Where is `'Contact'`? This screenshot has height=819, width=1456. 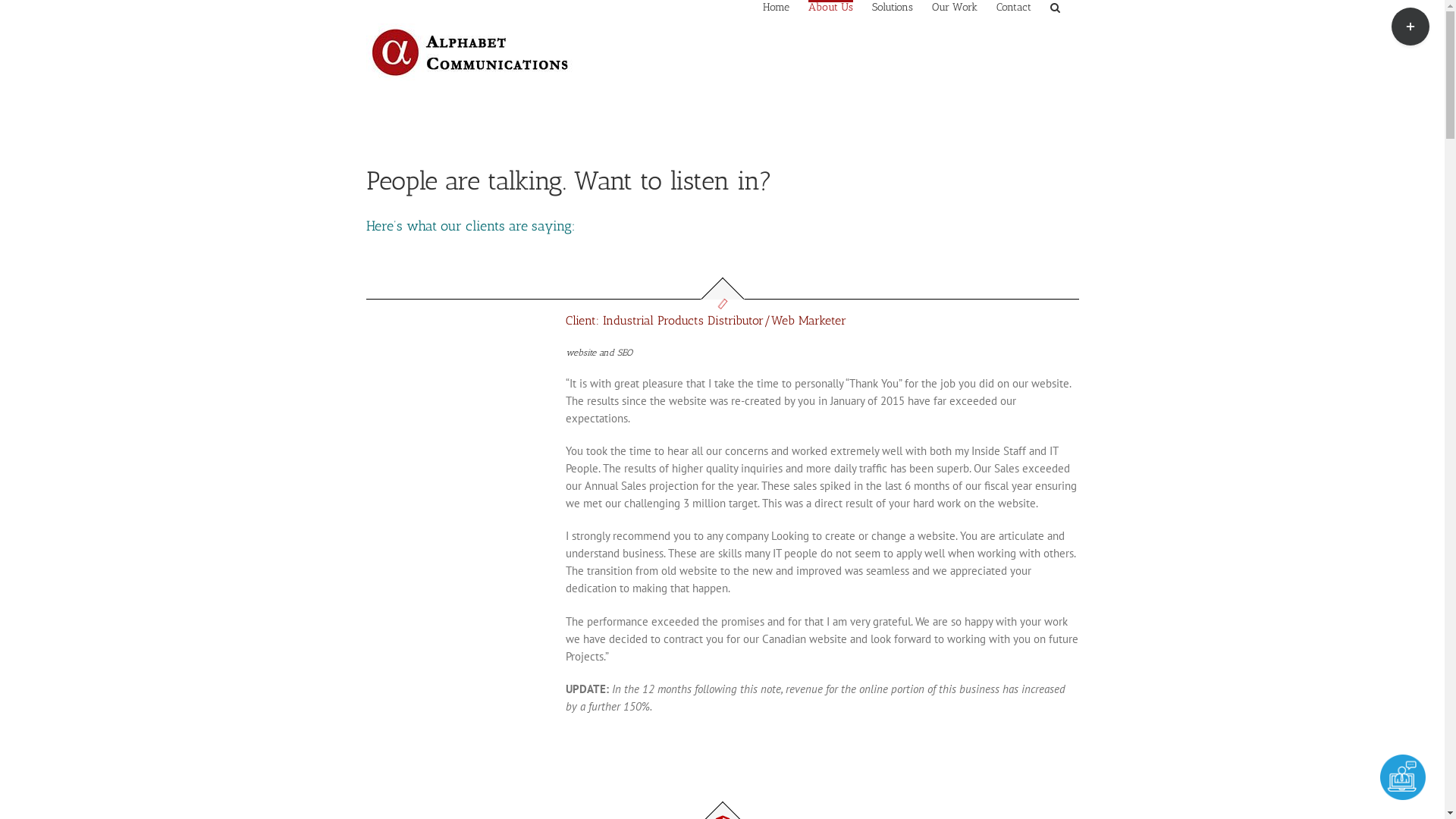
'Contact' is located at coordinates (1014, 6).